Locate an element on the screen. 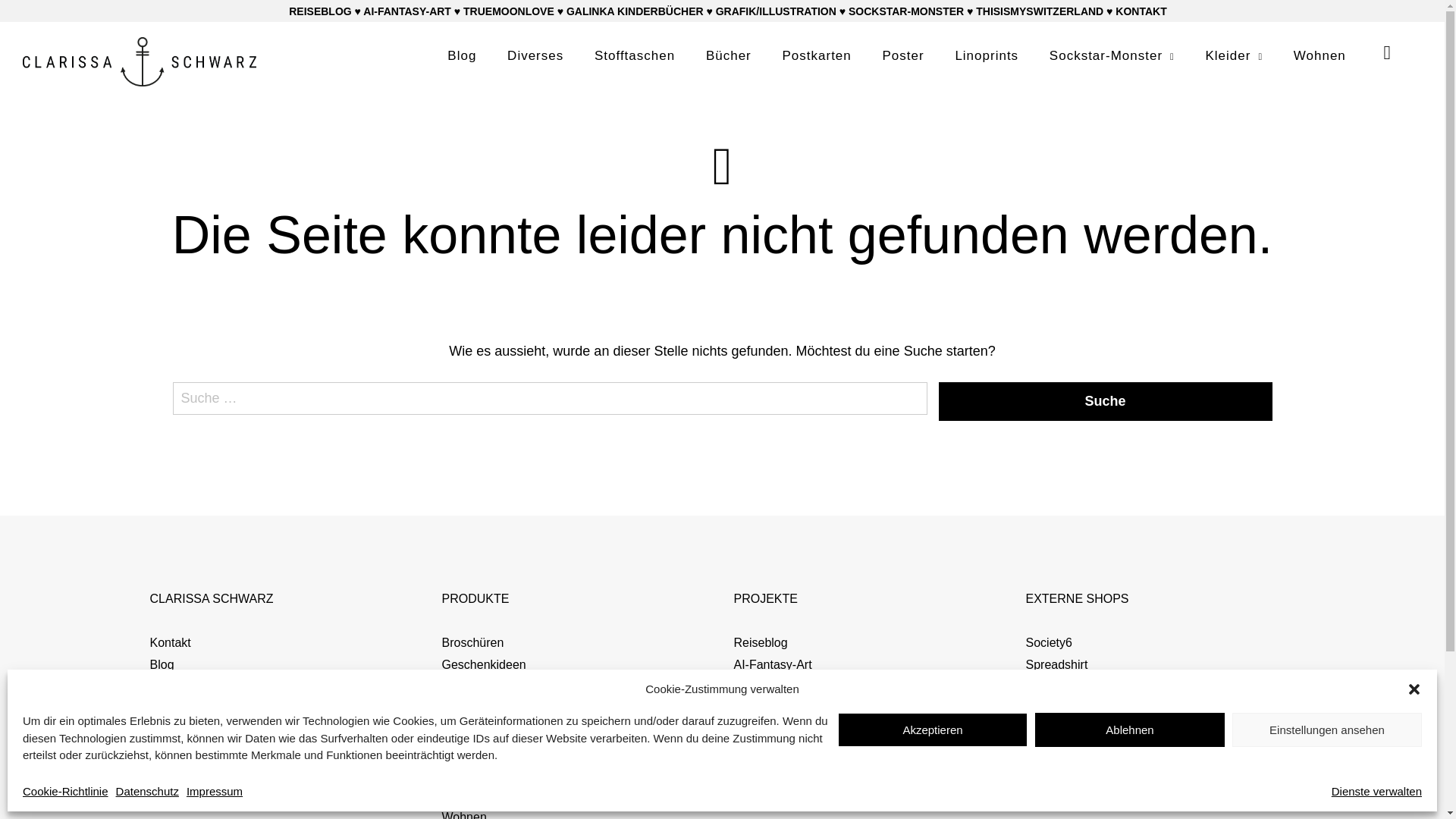 Image resolution: width=1456 pixels, height=819 pixels. 'Ablehnen' is located at coordinates (1129, 729).